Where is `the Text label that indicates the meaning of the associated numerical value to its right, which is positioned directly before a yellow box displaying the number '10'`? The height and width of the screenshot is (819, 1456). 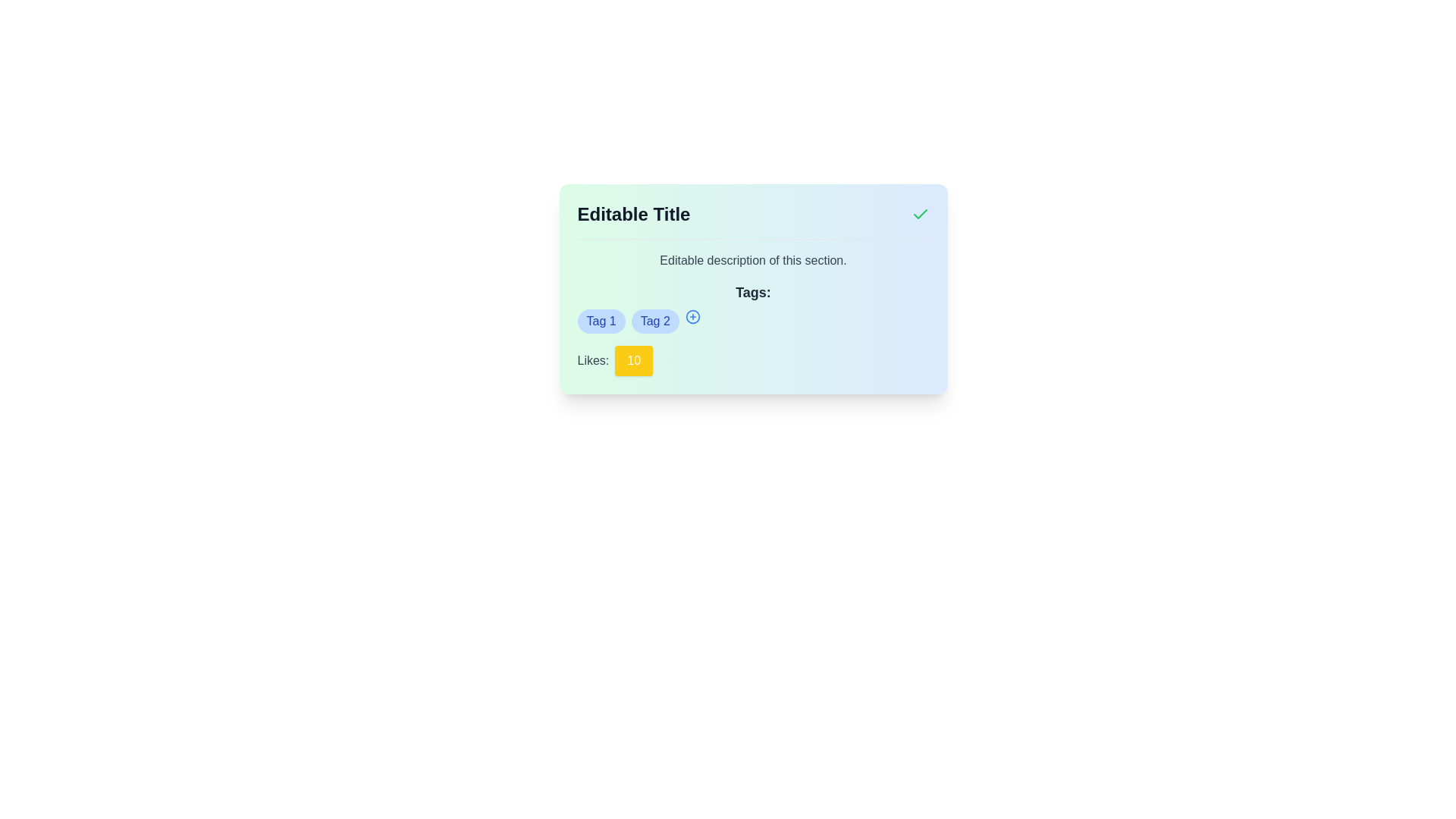 the Text label that indicates the meaning of the associated numerical value to its right, which is positioned directly before a yellow box displaying the number '10' is located at coordinates (592, 360).